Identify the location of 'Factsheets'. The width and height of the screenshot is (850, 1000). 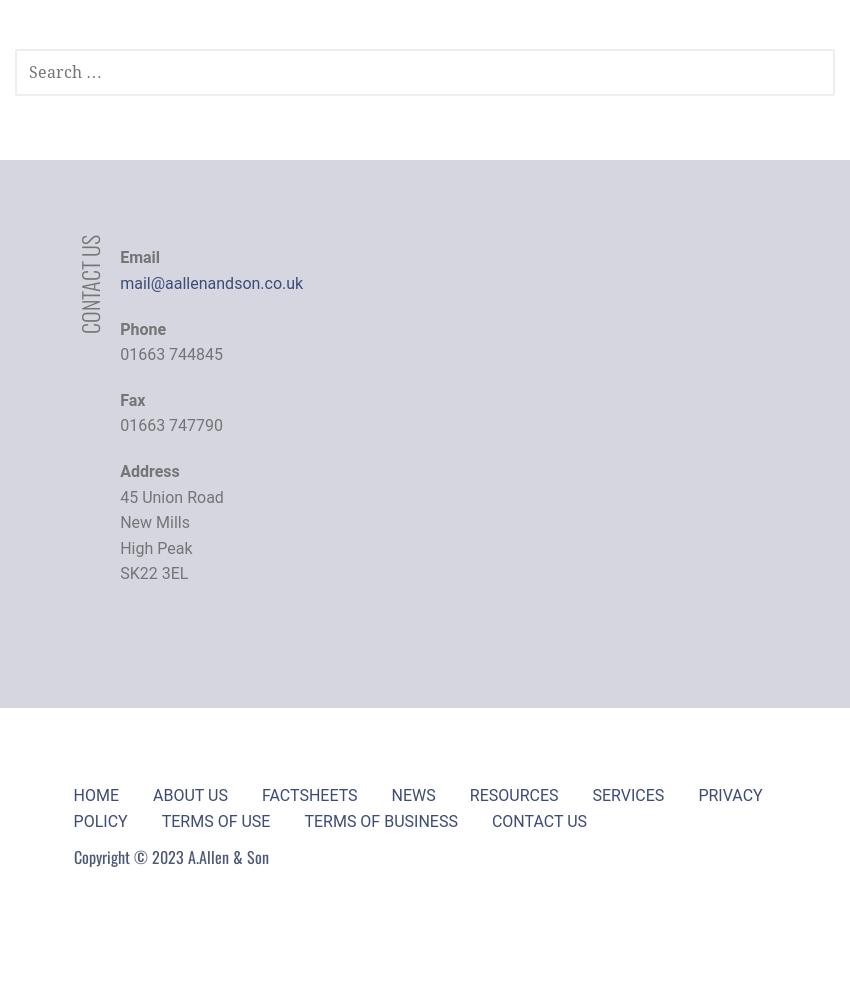
(308, 794).